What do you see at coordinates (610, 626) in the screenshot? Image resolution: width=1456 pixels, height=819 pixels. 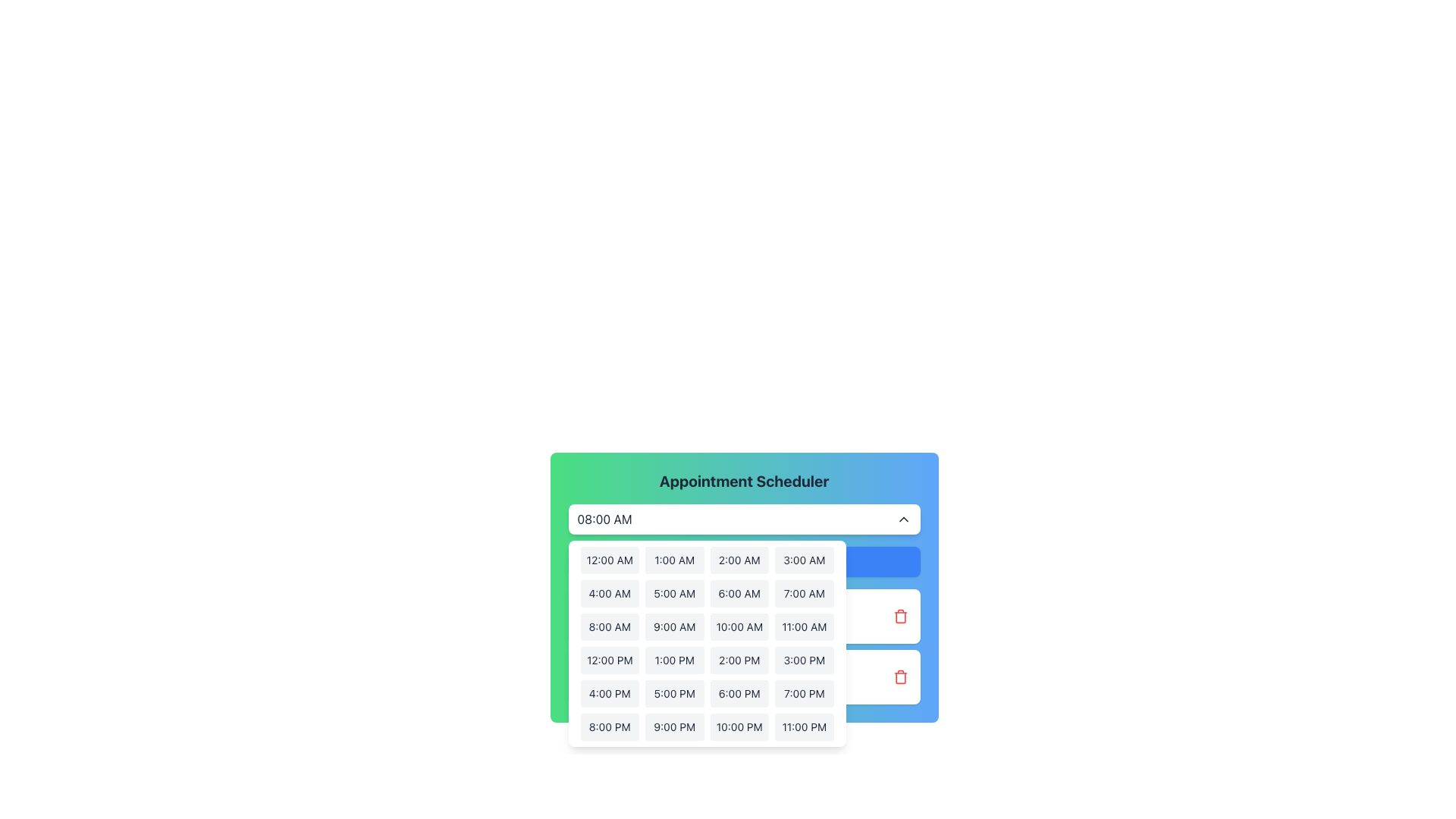 I see `the '8:00 AM' time selection button in the appointment scheduler dropdown menu, located in the third row, first column` at bounding box center [610, 626].